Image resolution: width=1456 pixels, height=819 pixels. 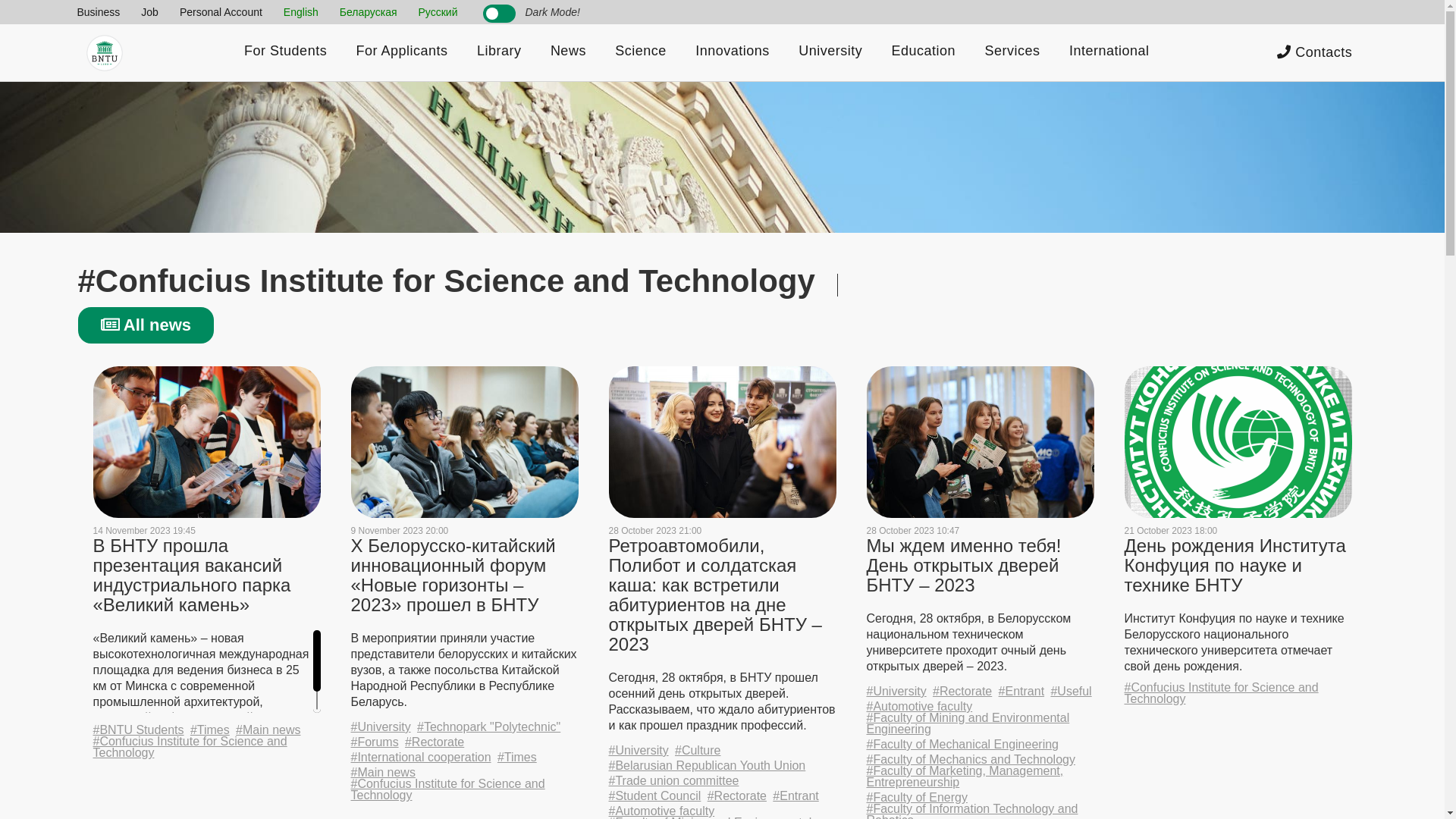 What do you see at coordinates (1050, 691) in the screenshot?
I see `'#Useful'` at bounding box center [1050, 691].